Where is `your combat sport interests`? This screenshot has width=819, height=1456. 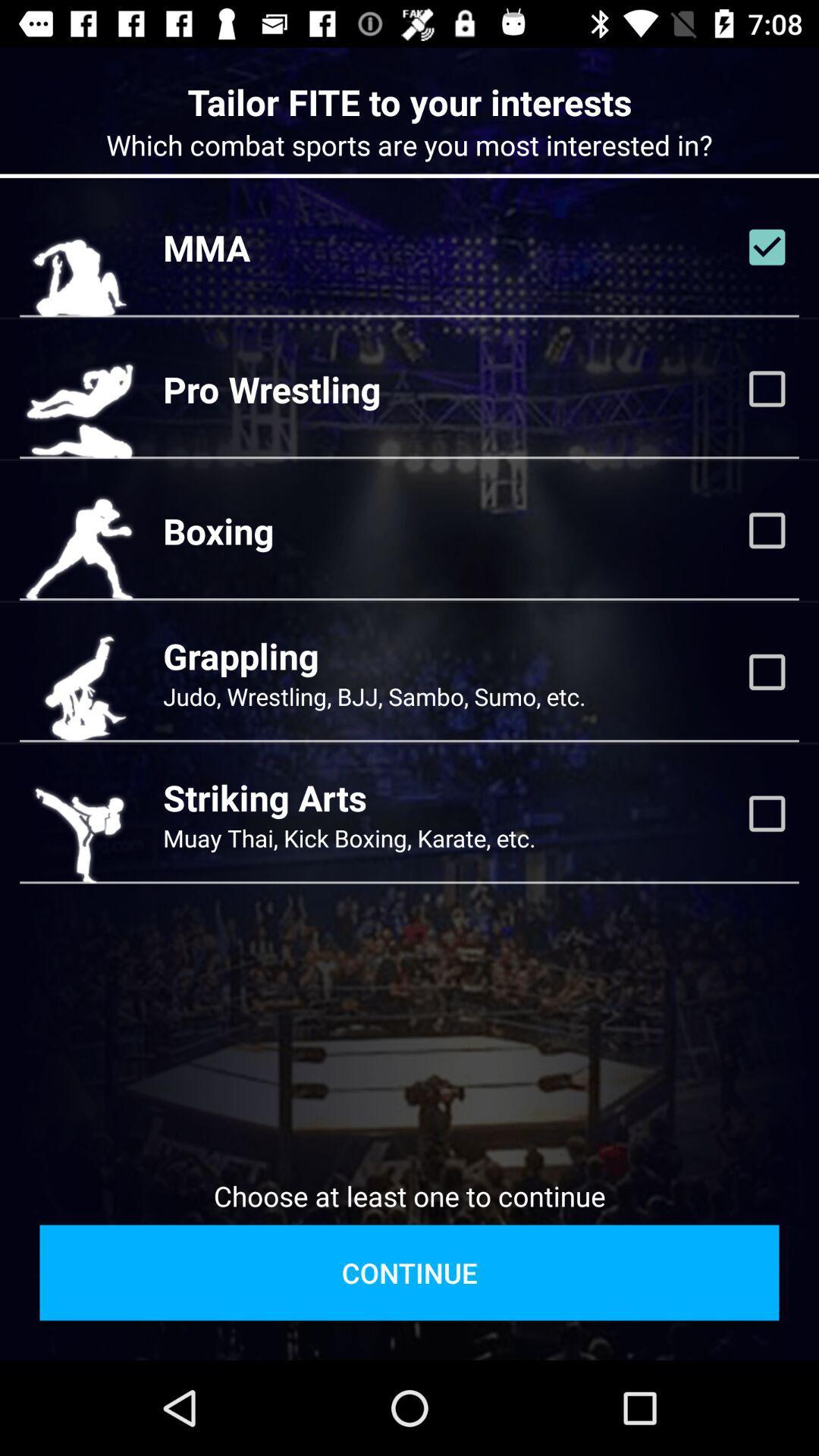
your combat sport interests is located at coordinates (767, 671).